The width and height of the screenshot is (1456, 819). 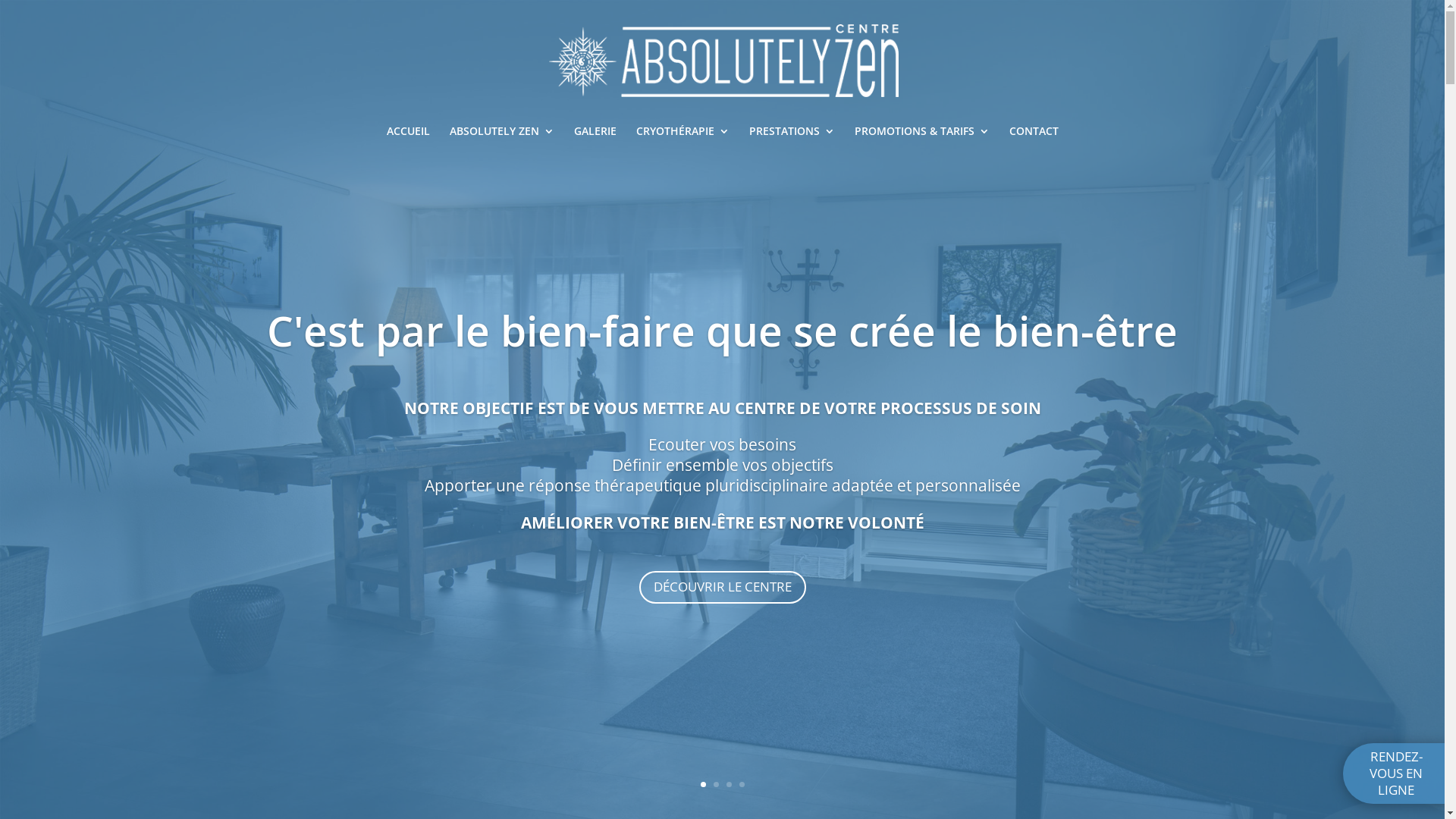 What do you see at coordinates (741, 784) in the screenshot?
I see `'4'` at bounding box center [741, 784].